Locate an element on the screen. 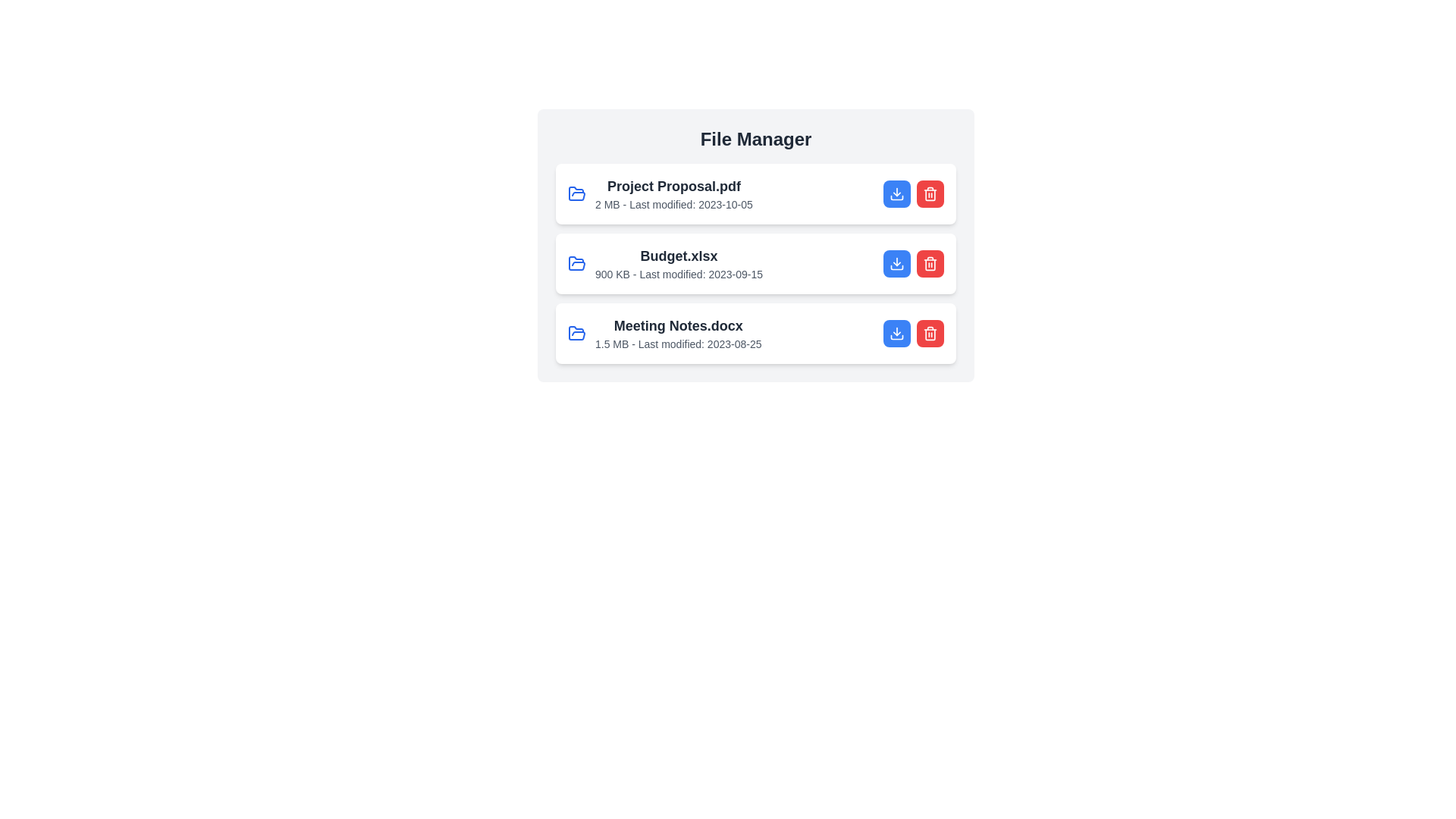 The image size is (1456, 819). download button for the file named Meeting Notes.docx is located at coordinates (896, 332).